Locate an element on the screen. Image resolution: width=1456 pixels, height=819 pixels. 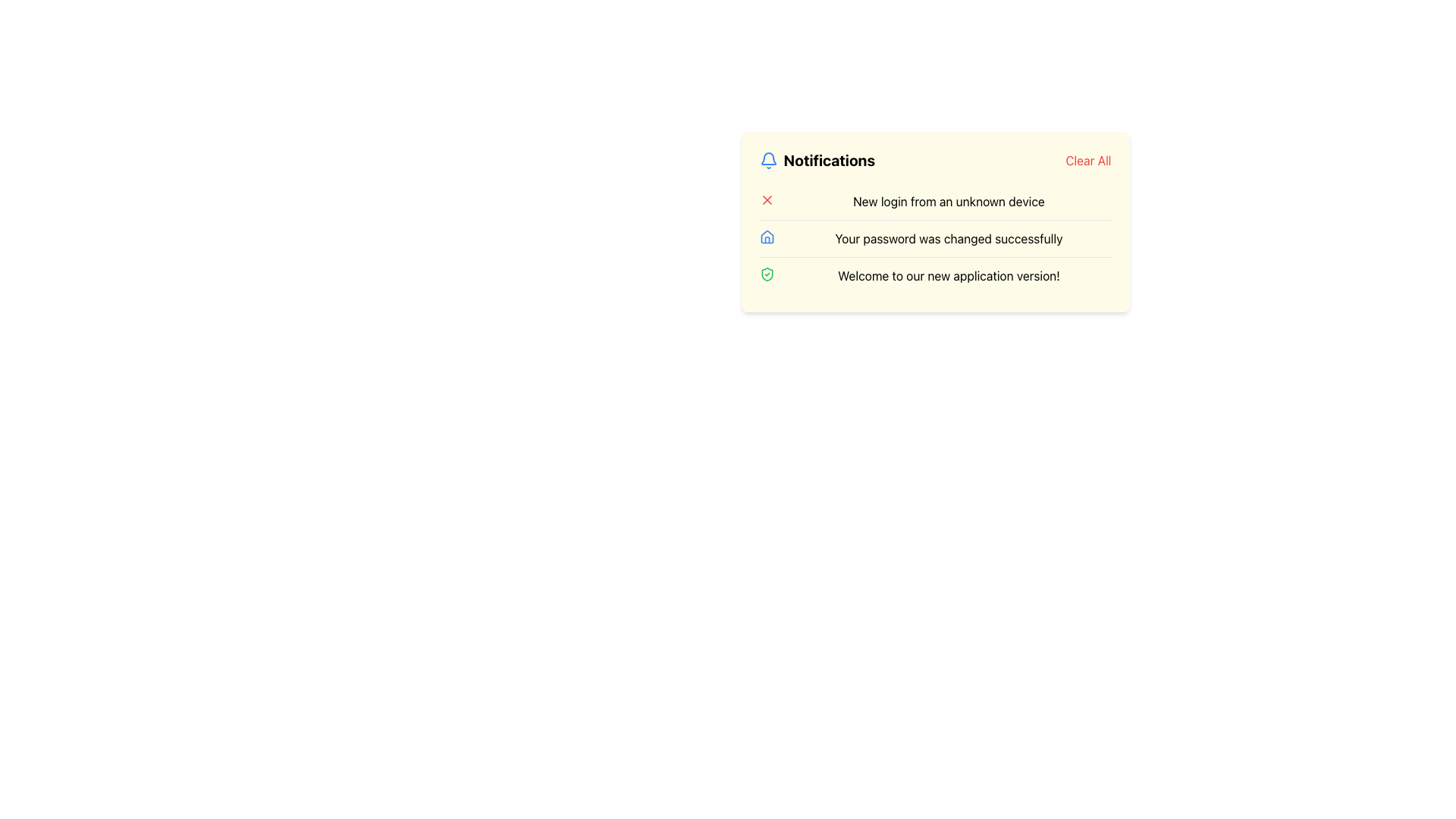
text element that serves as a section title for notifications, located to the right of the bell icon in the notification card is located at coordinates (828, 161).